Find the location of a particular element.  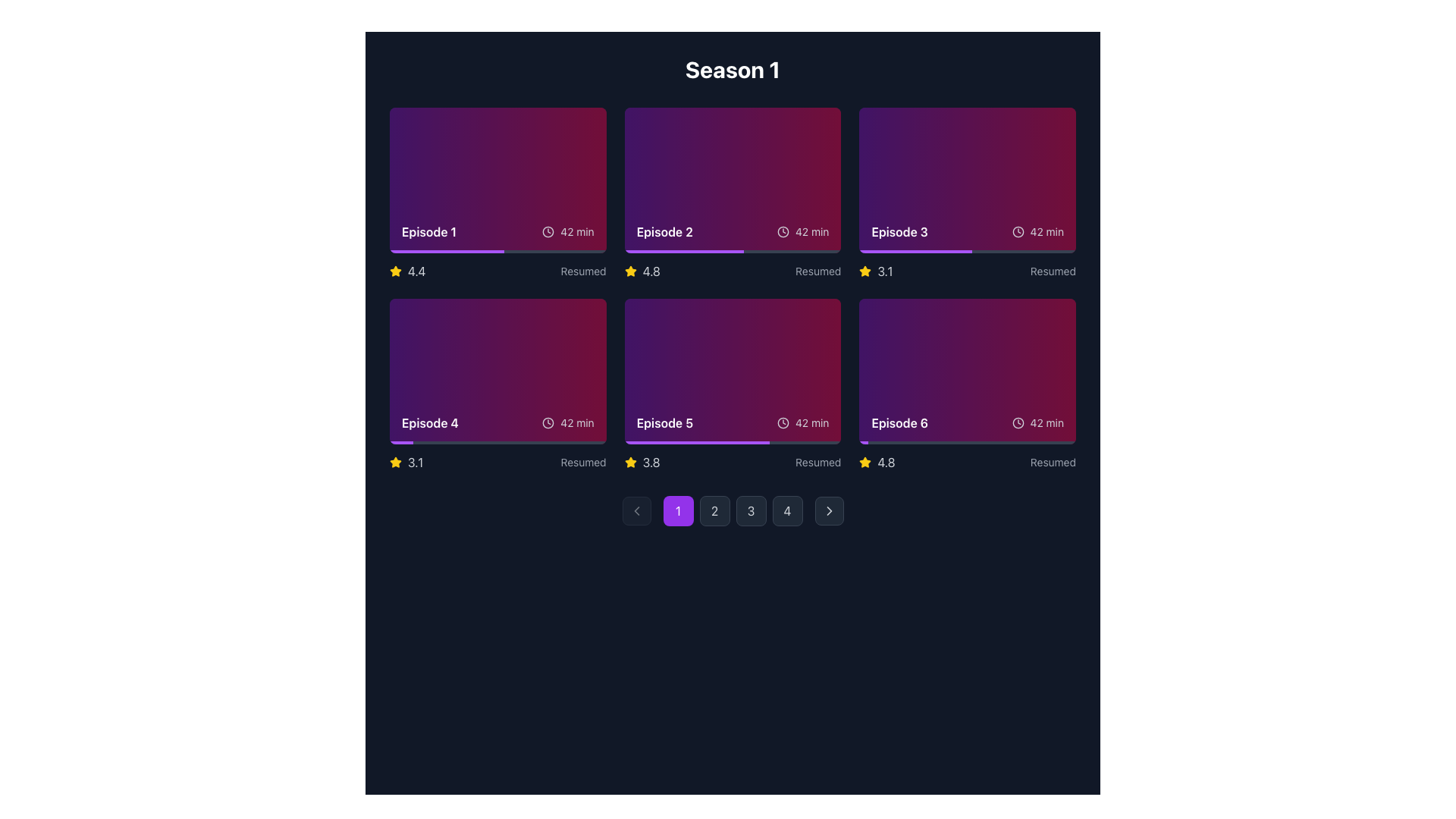

text label displaying 'Resumed', which is styled in gray and positioned below the fifth episode card is located at coordinates (817, 461).